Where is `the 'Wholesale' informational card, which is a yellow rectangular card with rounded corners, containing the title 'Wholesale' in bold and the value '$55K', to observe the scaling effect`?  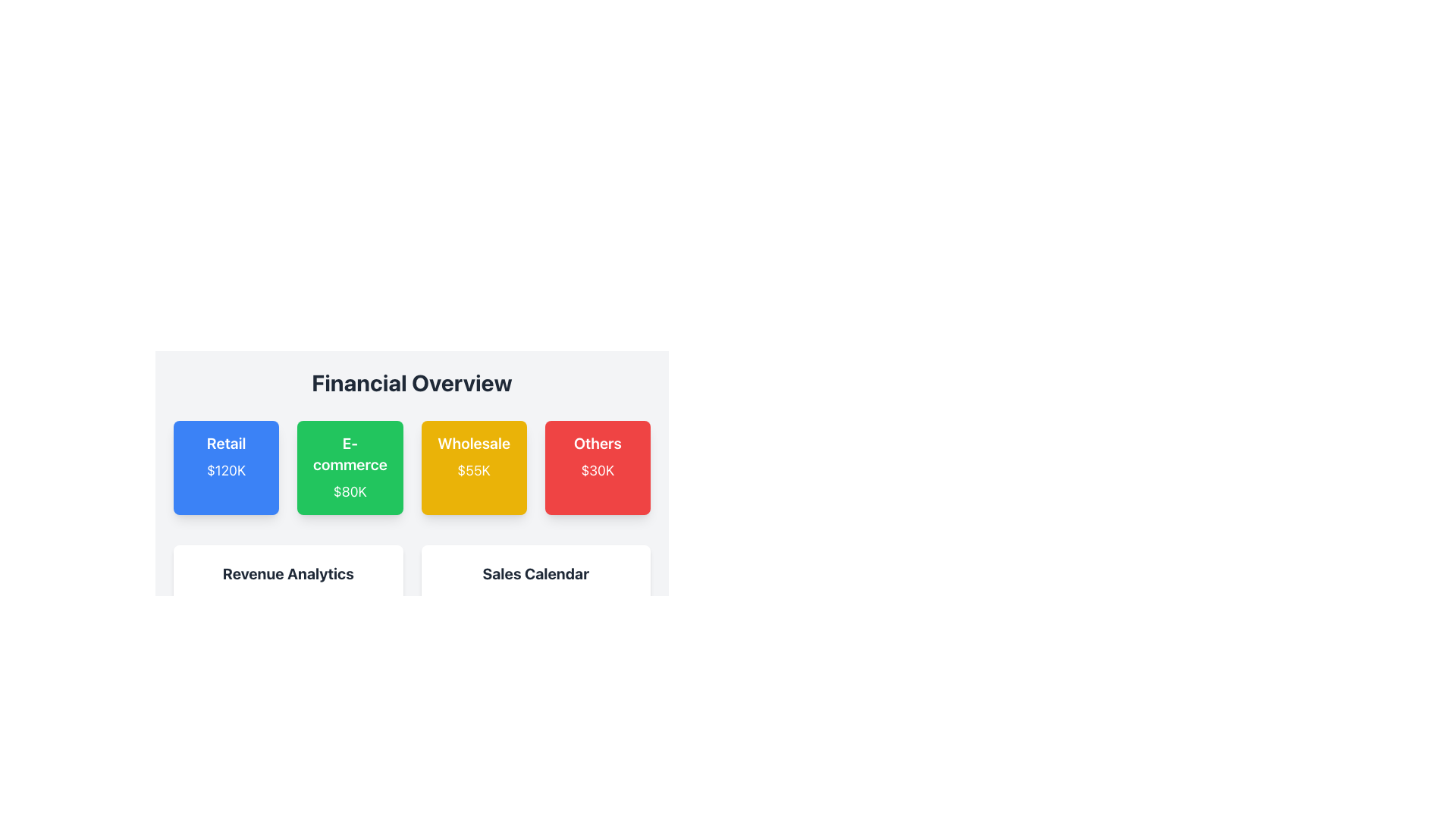
the 'Wholesale' informational card, which is a yellow rectangular card with rounded corners, containing the title 'Wholesale' in bold and the value '$55K', to observe the scaling effect is located at coordinates (473, 467).